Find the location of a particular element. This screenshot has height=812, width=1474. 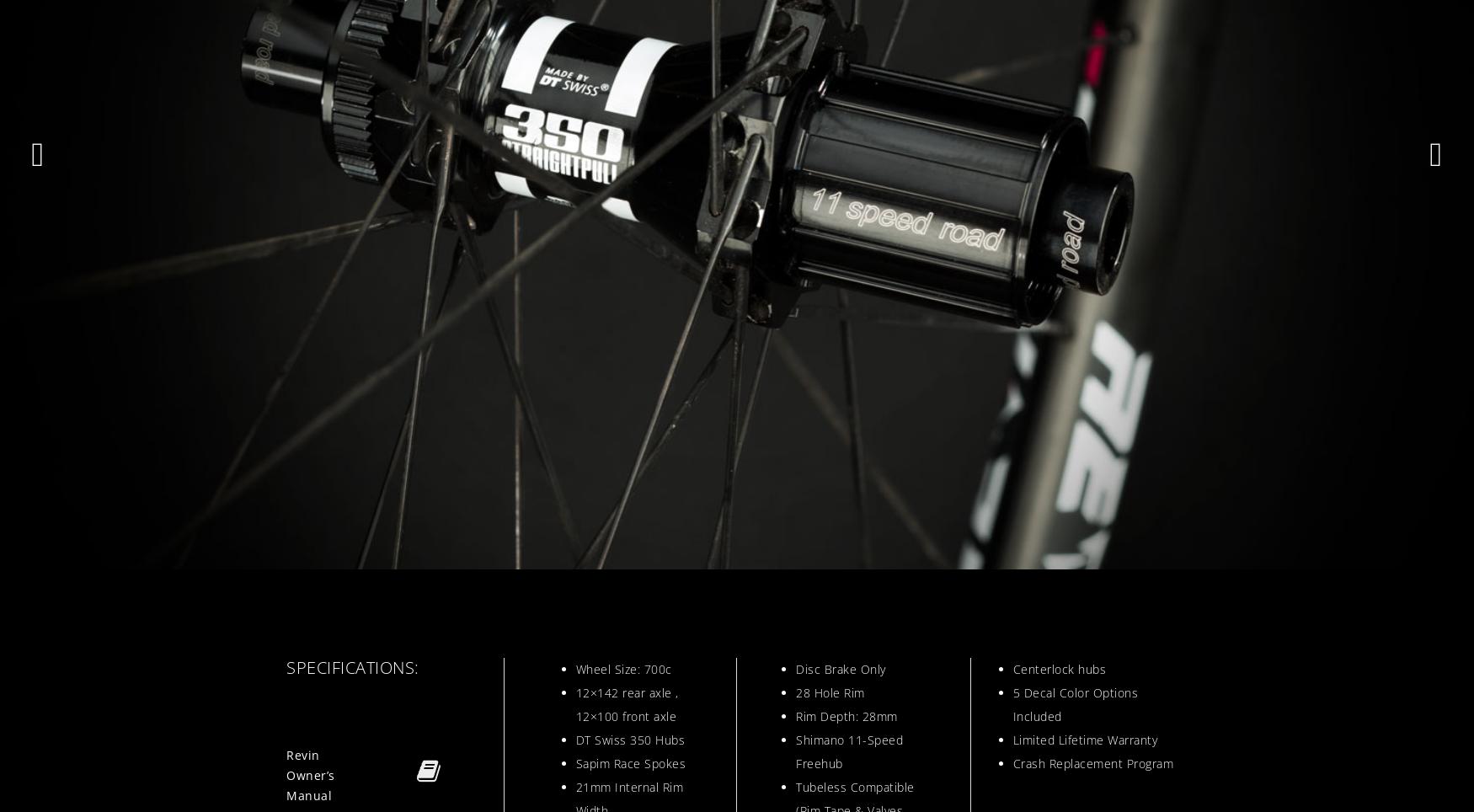

'Crash Replacement Program' is located at coordinates (1012, 762).